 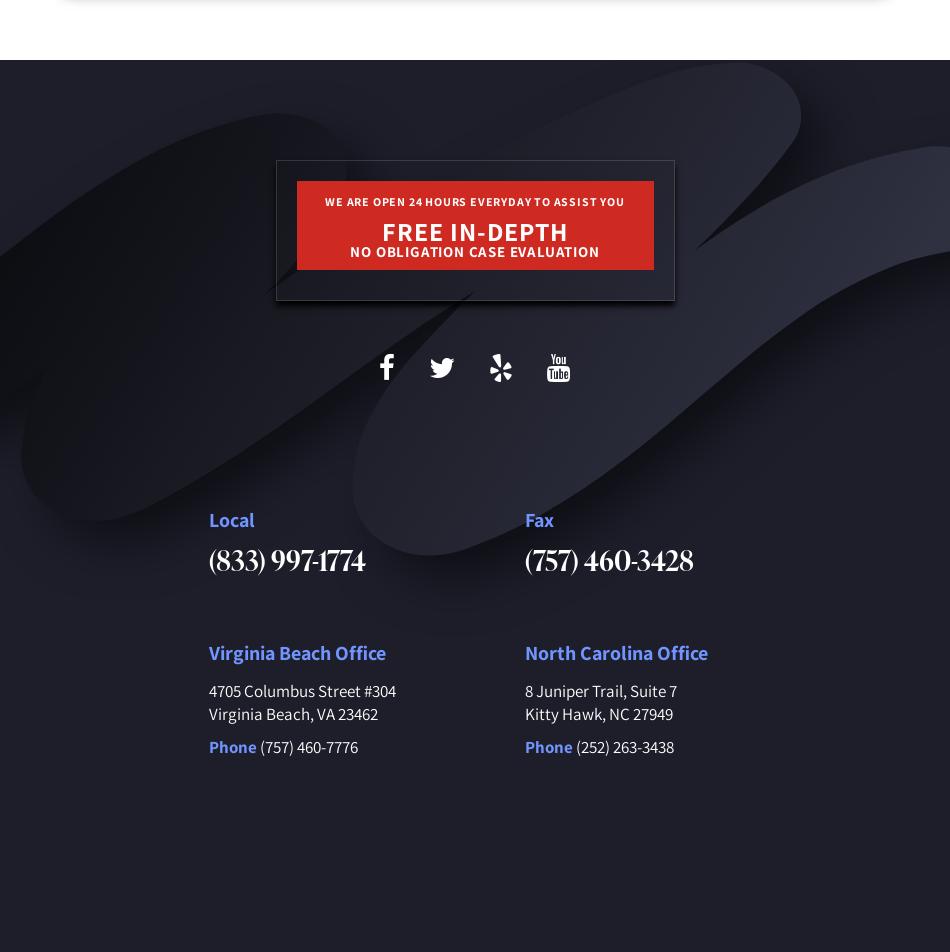 I want to click on 'No obligation case evaluation', so click(x=473, y=251).